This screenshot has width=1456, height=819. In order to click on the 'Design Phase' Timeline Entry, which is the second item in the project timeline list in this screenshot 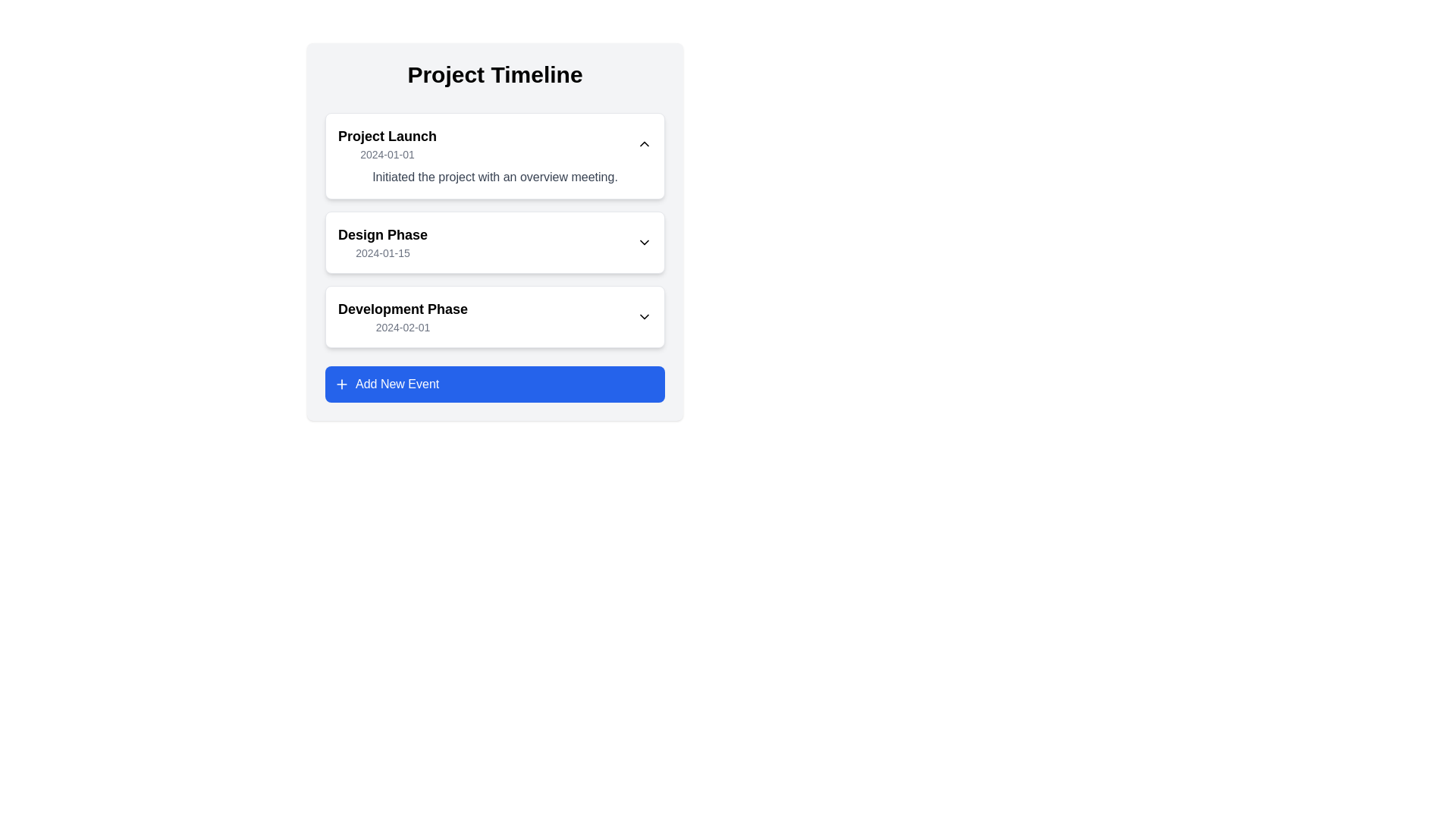, I will do `click(494, 231)`.